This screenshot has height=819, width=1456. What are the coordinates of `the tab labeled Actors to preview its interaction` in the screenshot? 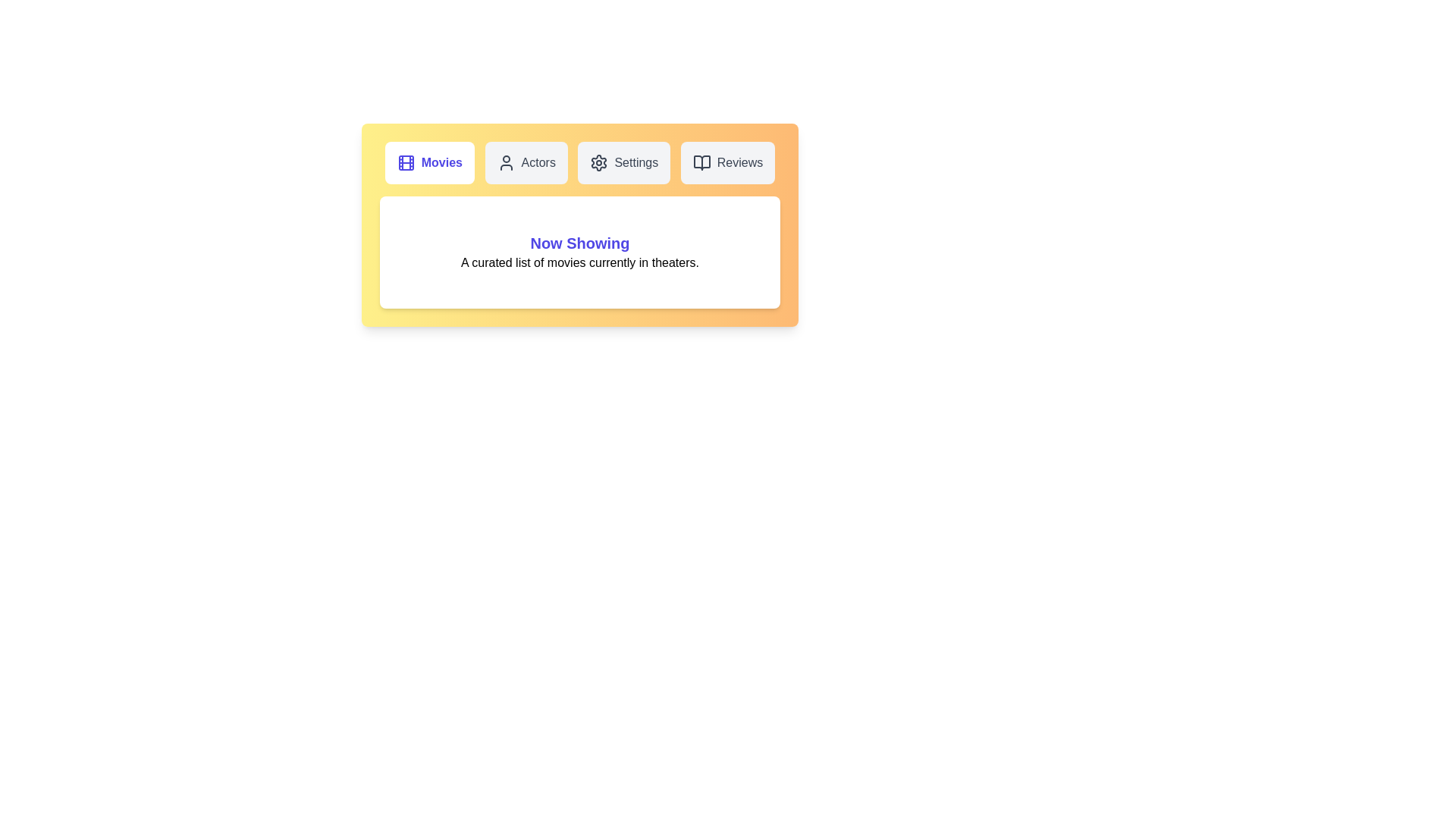 It's located at (526, 163).